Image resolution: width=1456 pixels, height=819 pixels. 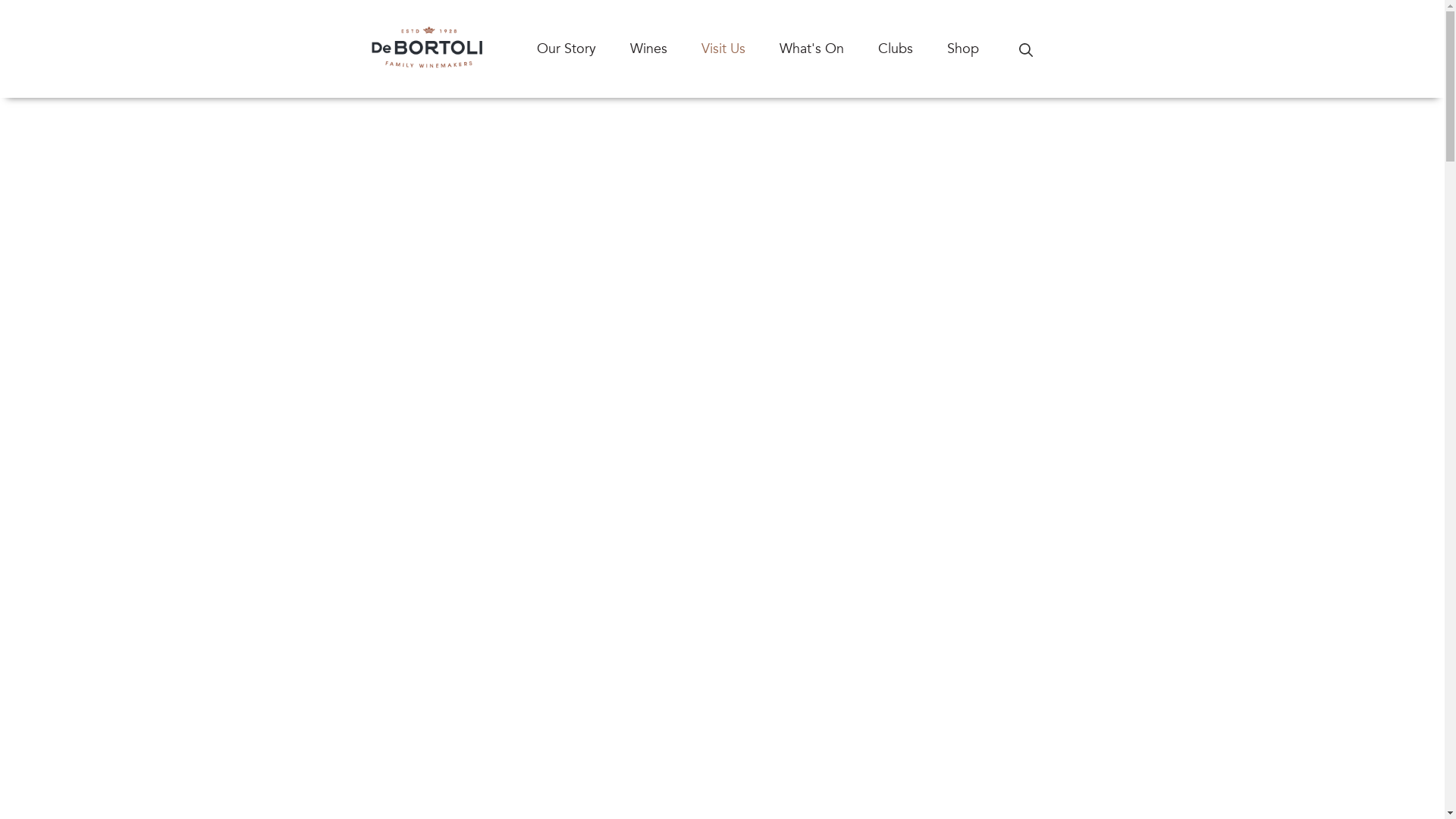 What do you see at coordinates (828, 48) in the screenshot?
I see `'What's On'` at bounding box center [828, 48].